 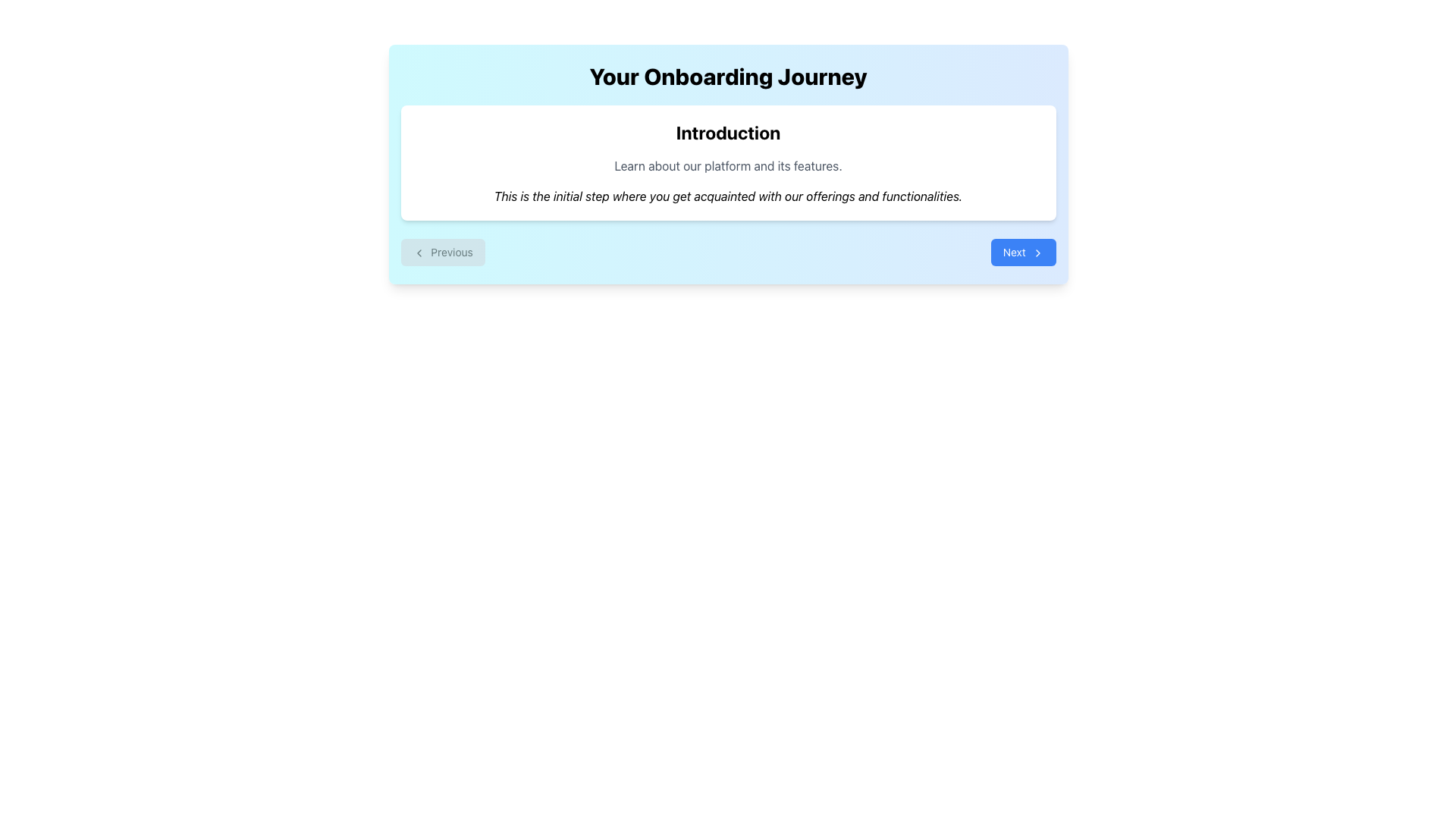 What do you see at coordinates (728, 131) in the screenshot?
I see `the bold, large-sized heading text 'Introduction'` at bounding box center [728, 131].